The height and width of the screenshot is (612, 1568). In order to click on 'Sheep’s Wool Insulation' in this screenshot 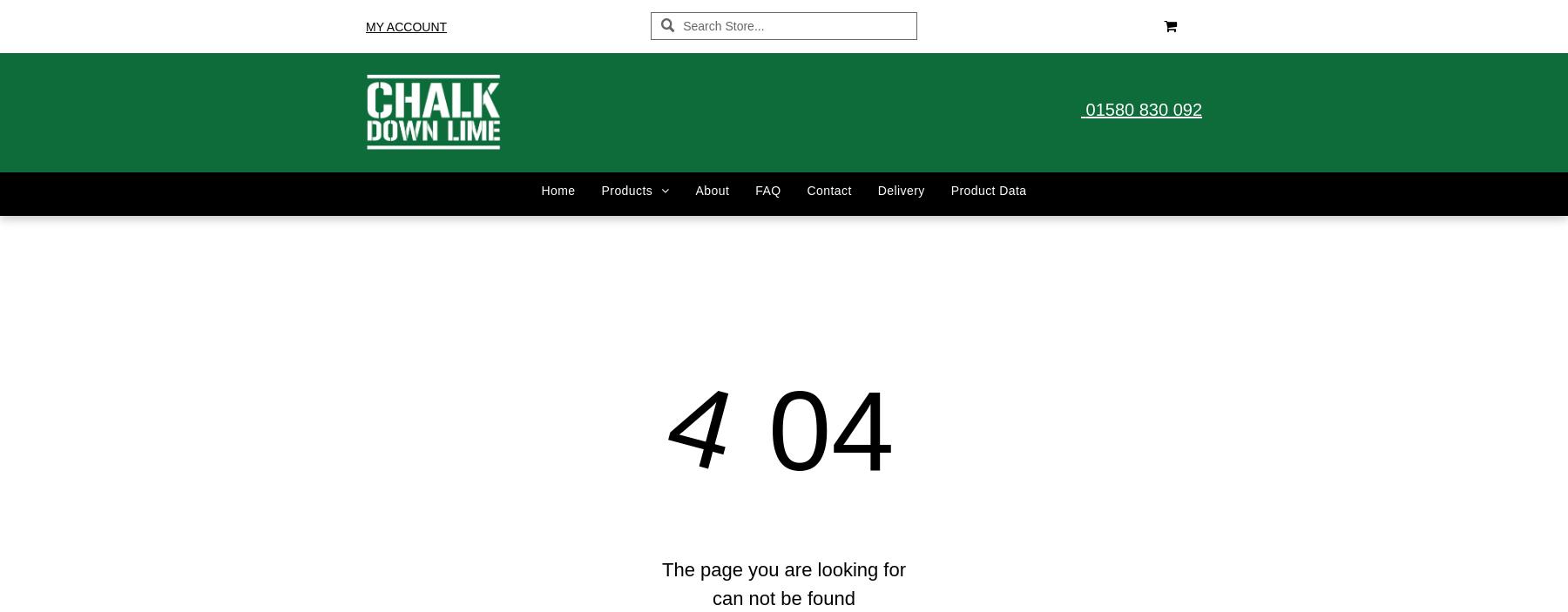, I will do `click(613, 590)`.